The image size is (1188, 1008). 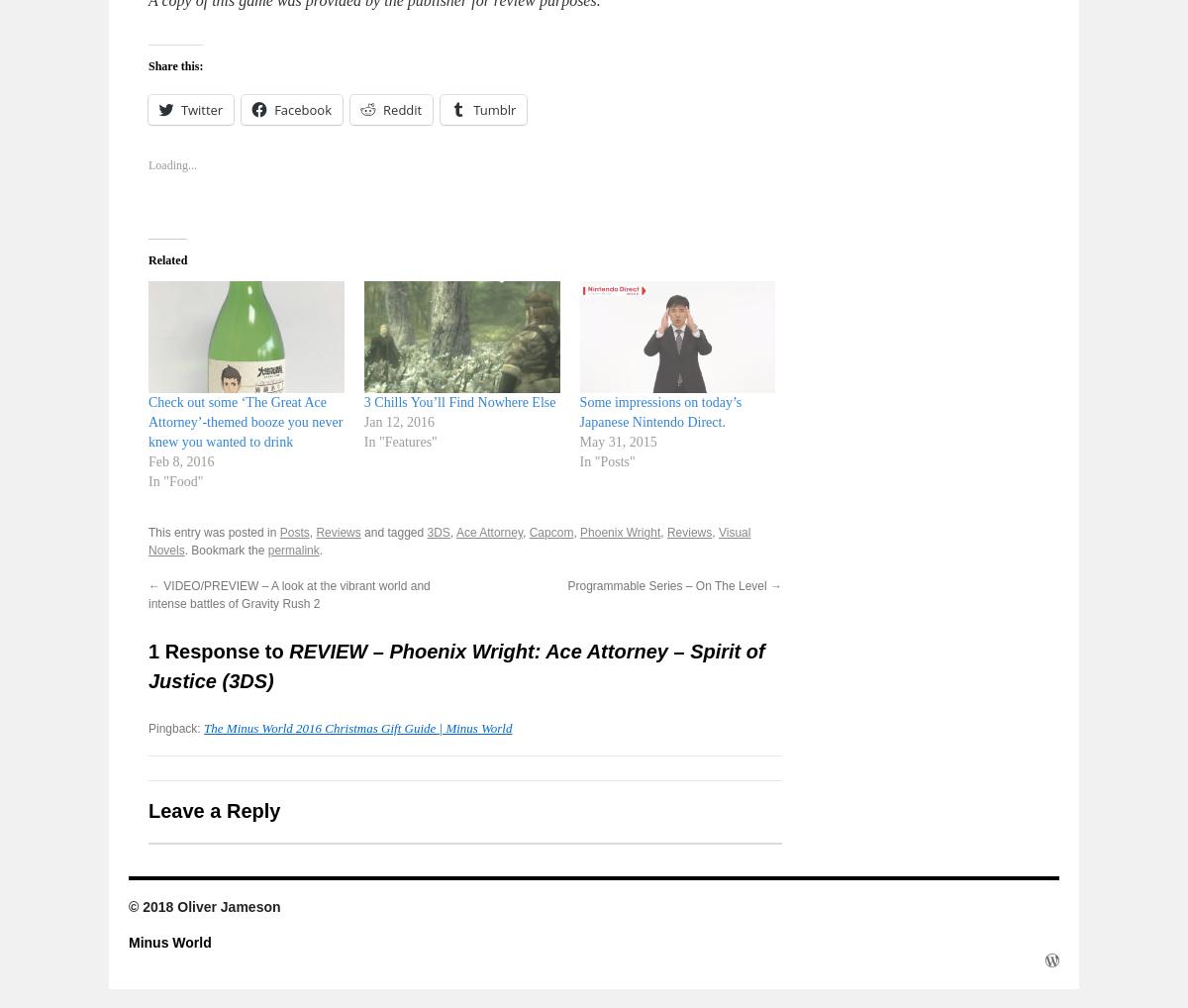 What do you see at coordinates (128, 906) in the screenshot?
I see `'© 2018 Oliver Jameson'` at bounding box center [128, 906].